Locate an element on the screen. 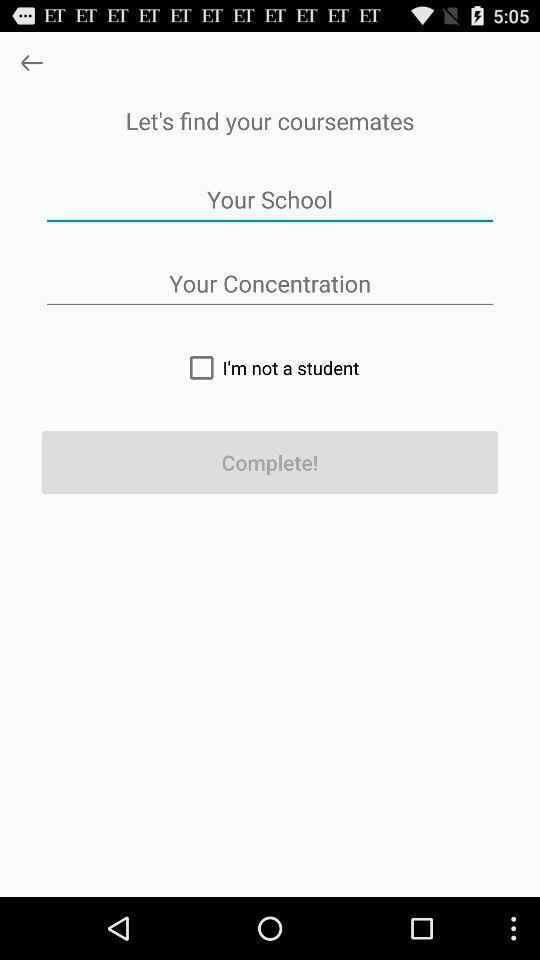 The height and width of the screenshot is (960, 540). type in college major is located at coordinates (270, 282).